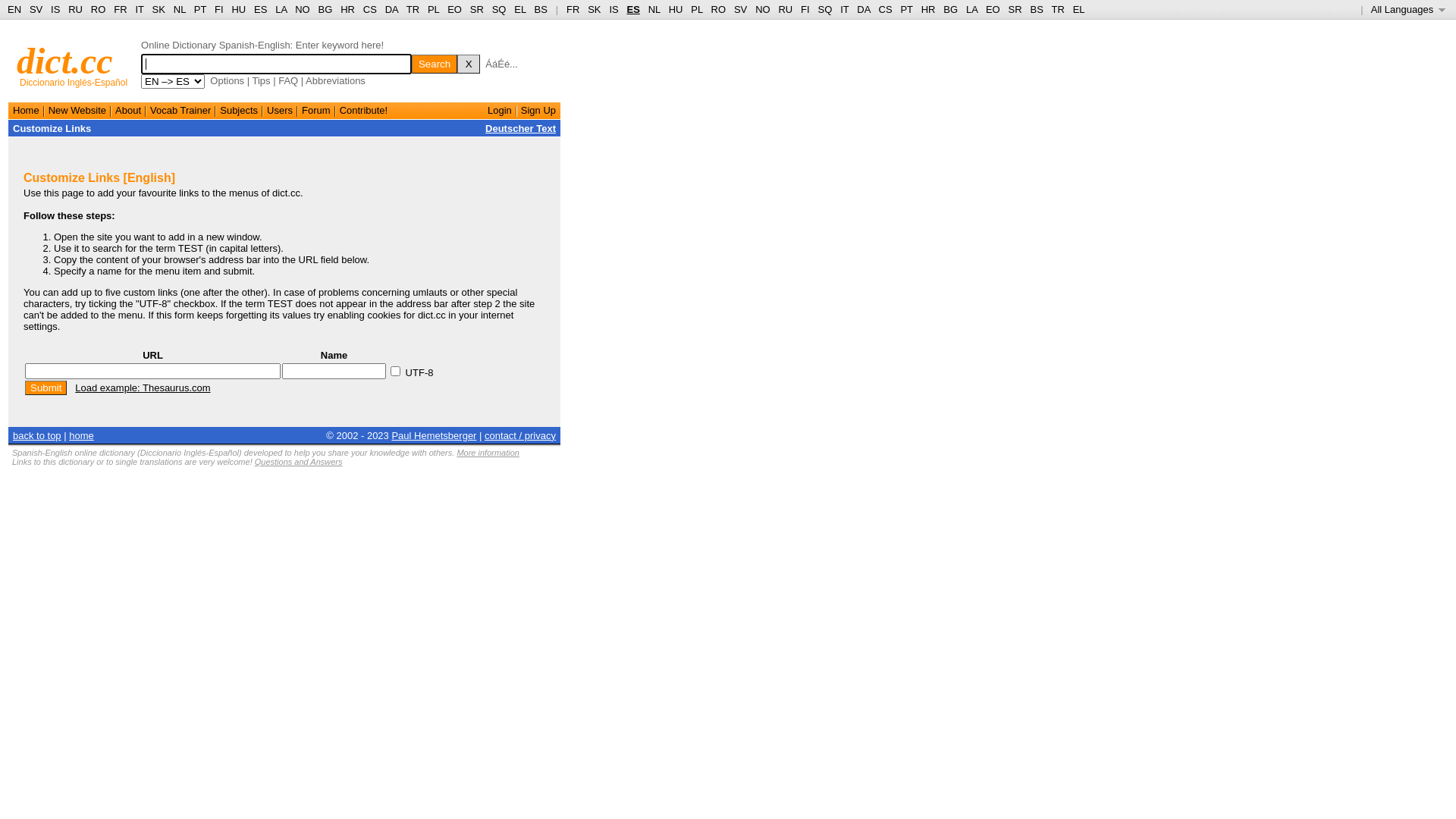 This screenshot has width=1456, height=819. I want to click on 'PT', so click(199, 9).